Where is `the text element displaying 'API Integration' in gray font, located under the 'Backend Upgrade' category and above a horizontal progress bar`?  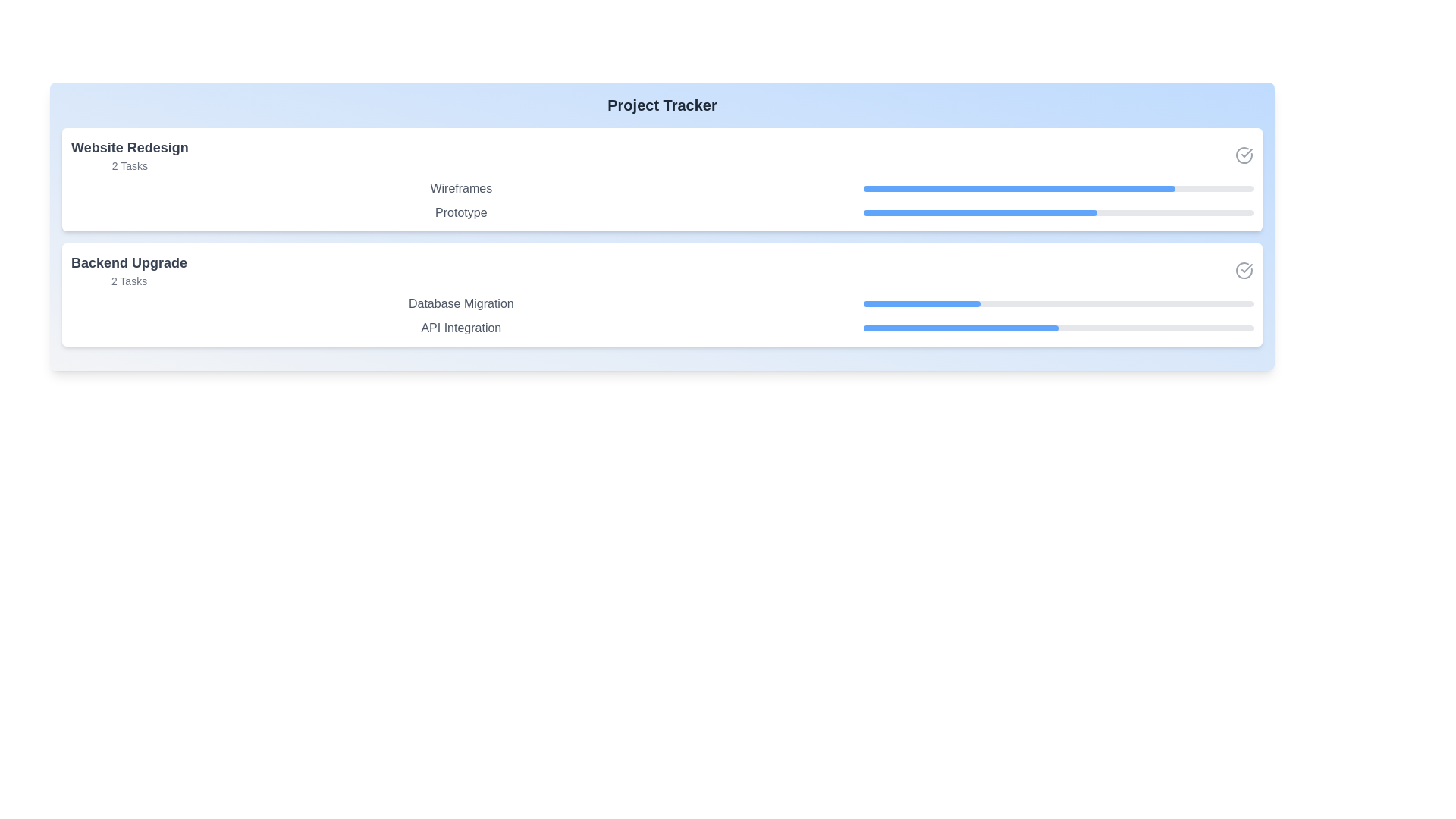 the text element displaying 'API Integration' in gray font, located under the 'Backend Upgrade' category and above a horizontal progress bar is located at coordinates (460, 327).